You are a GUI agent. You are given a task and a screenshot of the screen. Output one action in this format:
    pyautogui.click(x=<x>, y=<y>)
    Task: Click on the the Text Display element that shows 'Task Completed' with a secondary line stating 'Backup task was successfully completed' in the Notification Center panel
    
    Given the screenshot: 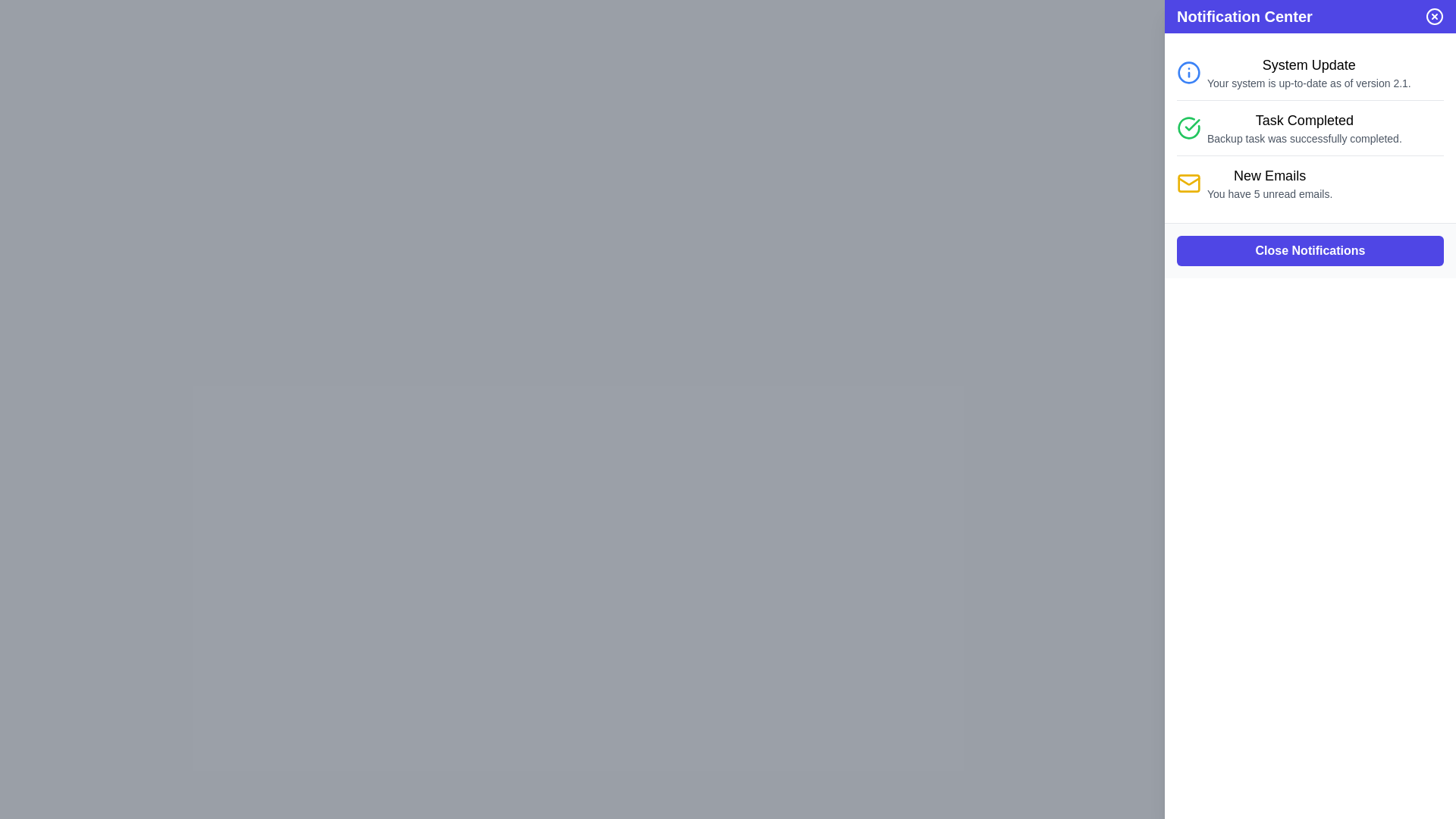 What is the action you would take?
    pyautogui.click(x=1304, y=127)
    